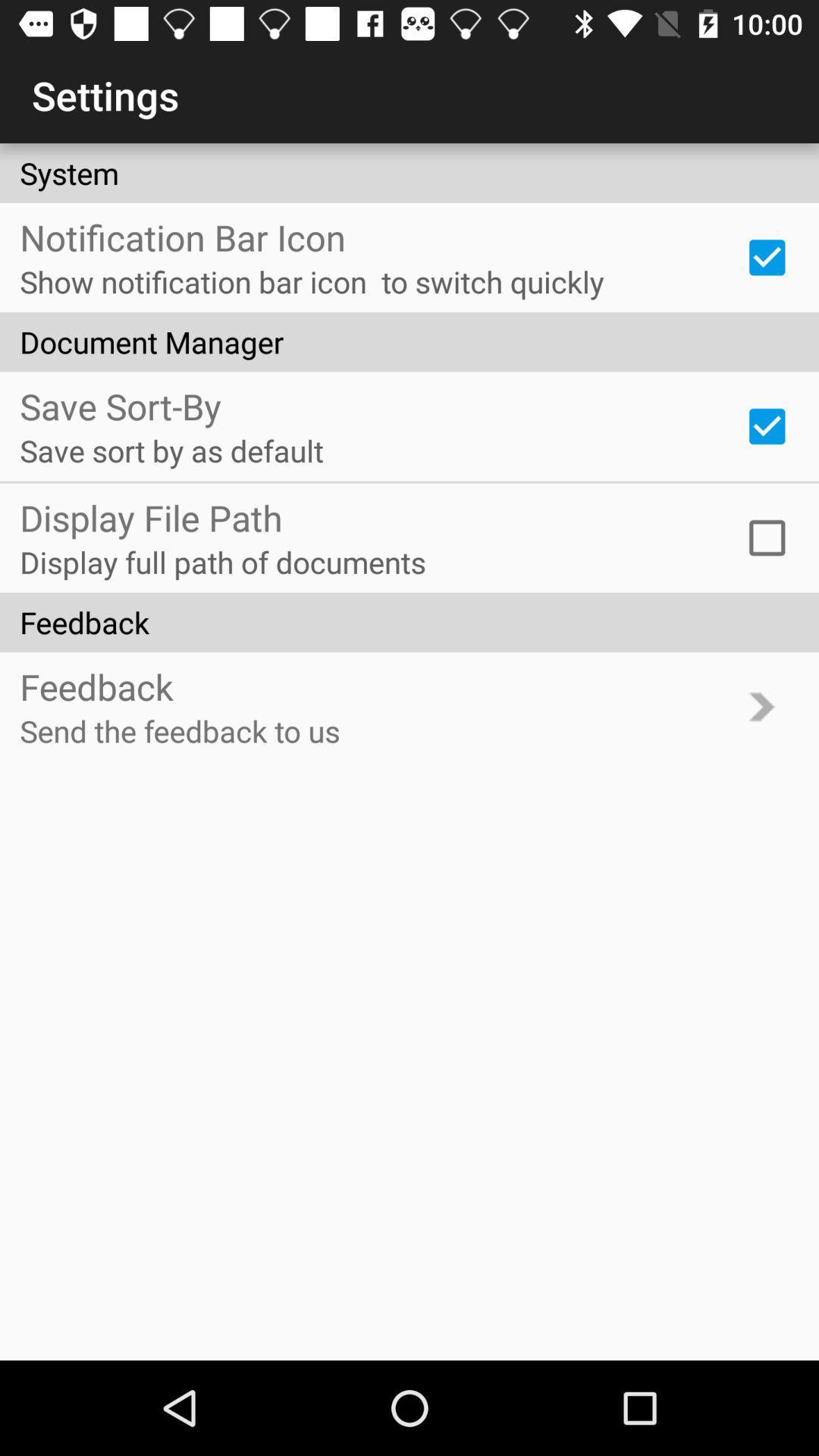 The image size is (819, 1456). I want to click on the item below system, so click(767, 257).